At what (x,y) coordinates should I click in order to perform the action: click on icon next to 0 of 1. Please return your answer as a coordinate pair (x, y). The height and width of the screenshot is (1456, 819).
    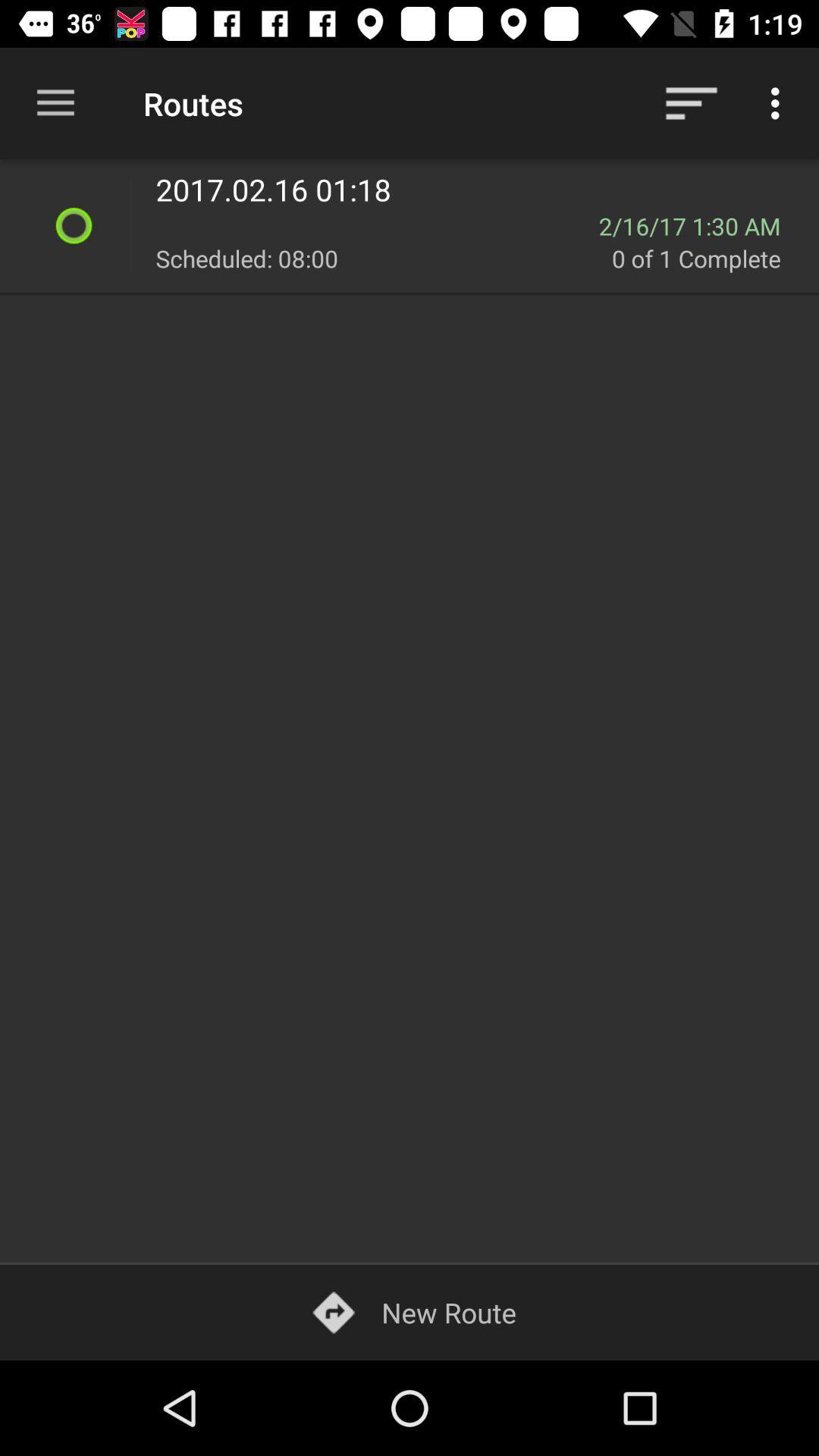
    Looking at the image, I should click on (383, 258).